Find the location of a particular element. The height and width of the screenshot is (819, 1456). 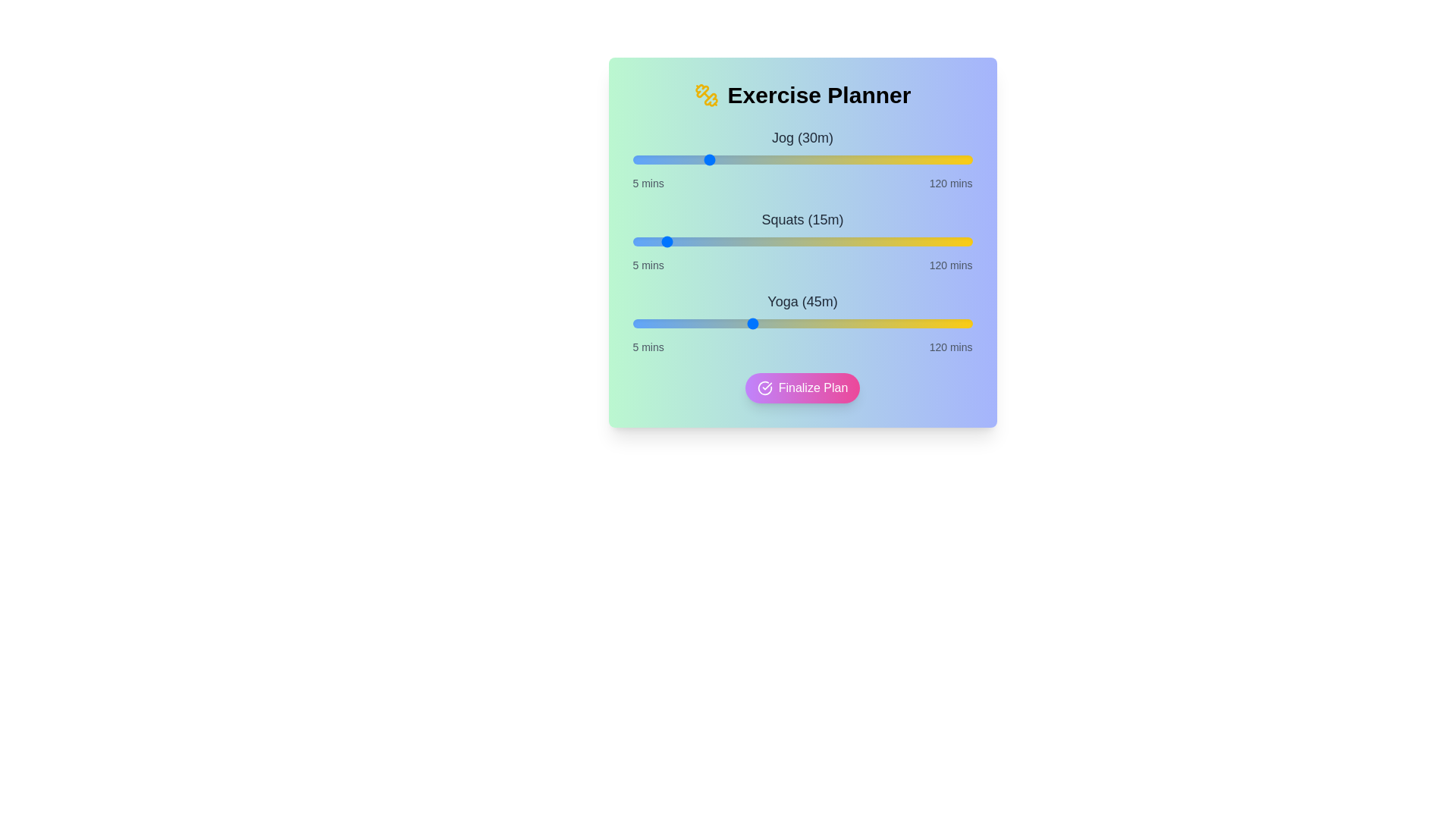

the duration of the 1 slider to 13 minutes is located at coordinates (656, 241).